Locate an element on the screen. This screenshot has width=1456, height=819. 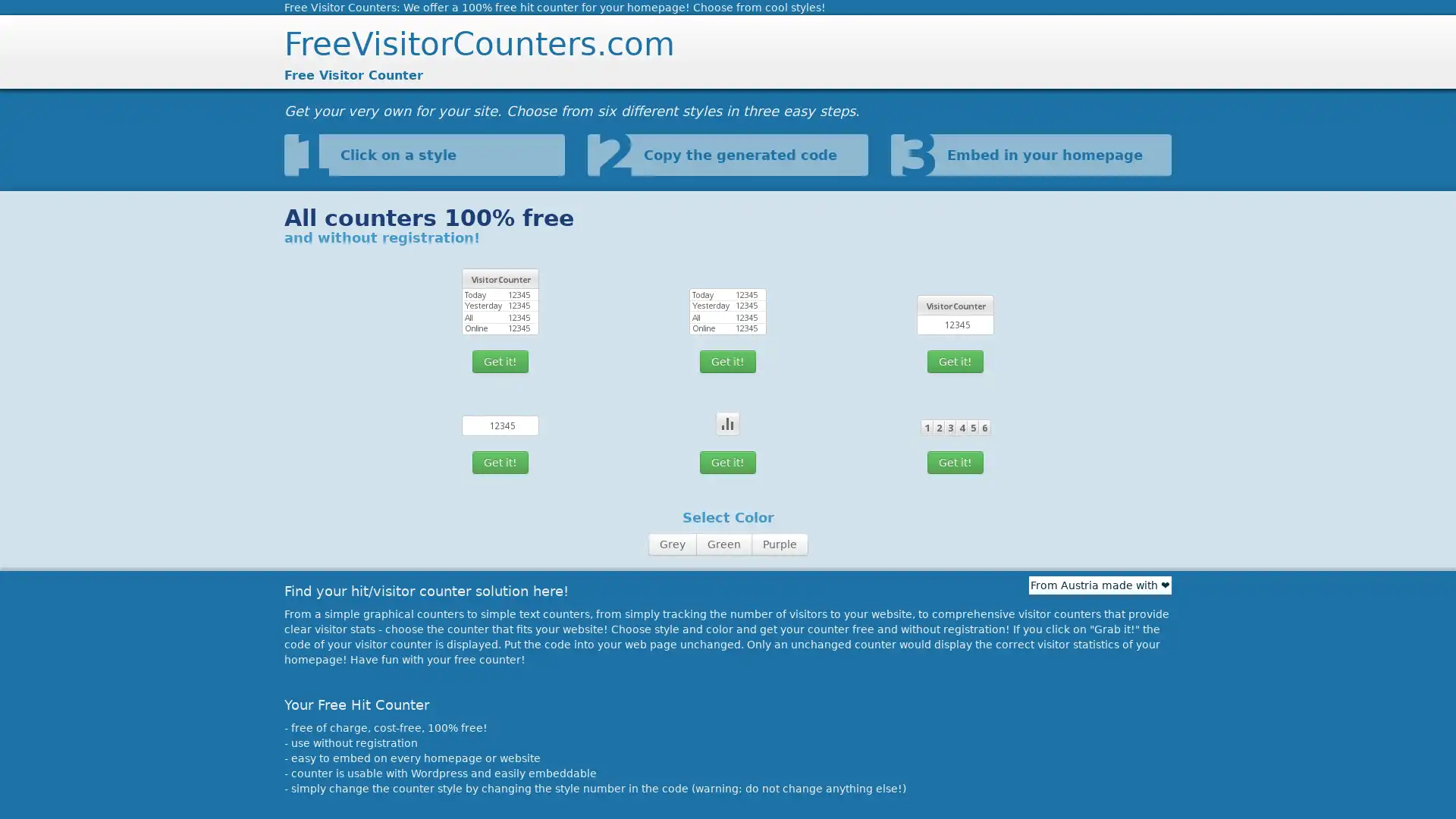
Green is located at coordinates (723, 543).